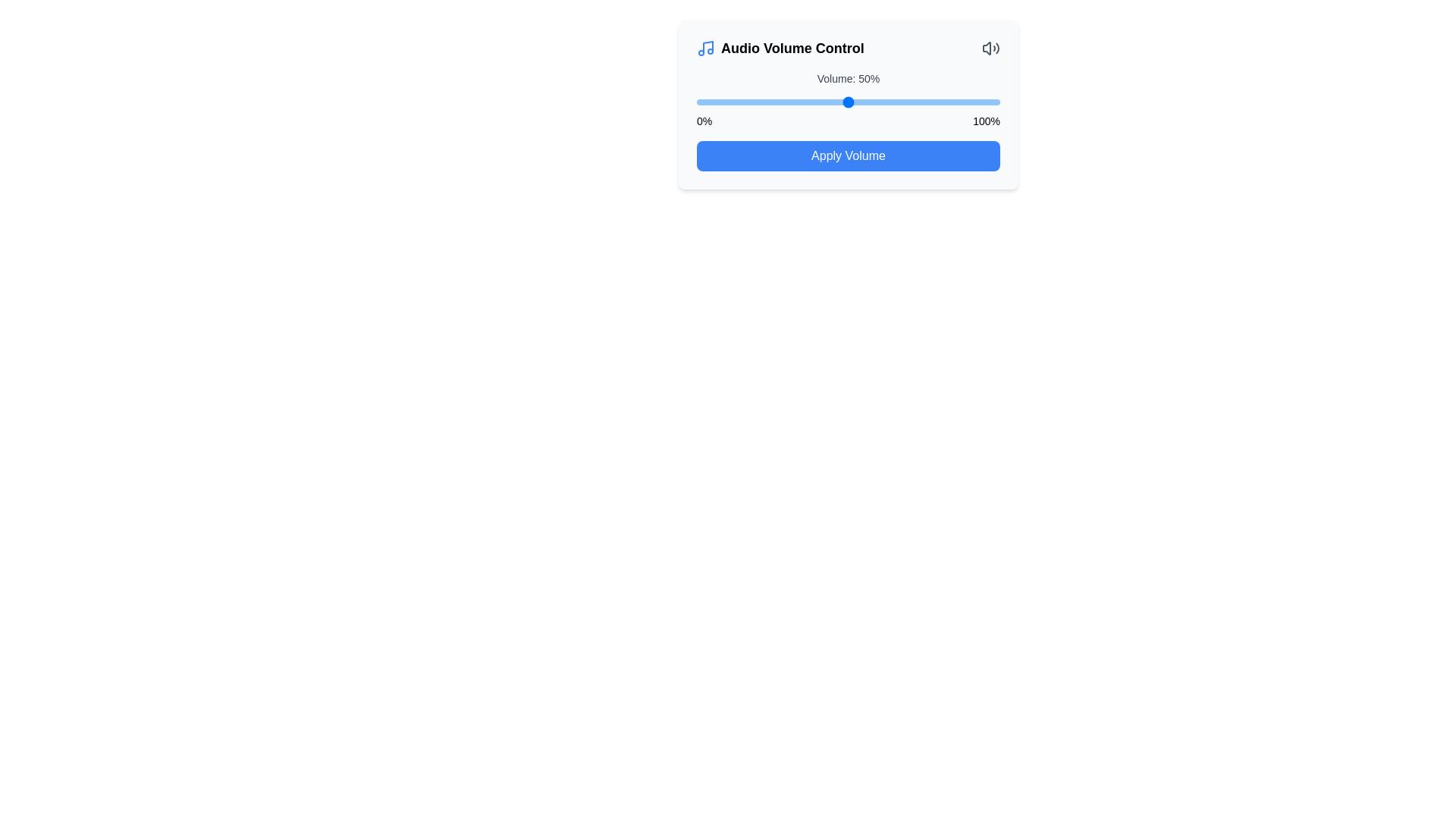 The height and width of the screenshot is (819, 1456). What do you see at coordinates (860, 102) in the screenshot?
I see `the volume level` at bounding box center [860, 102].